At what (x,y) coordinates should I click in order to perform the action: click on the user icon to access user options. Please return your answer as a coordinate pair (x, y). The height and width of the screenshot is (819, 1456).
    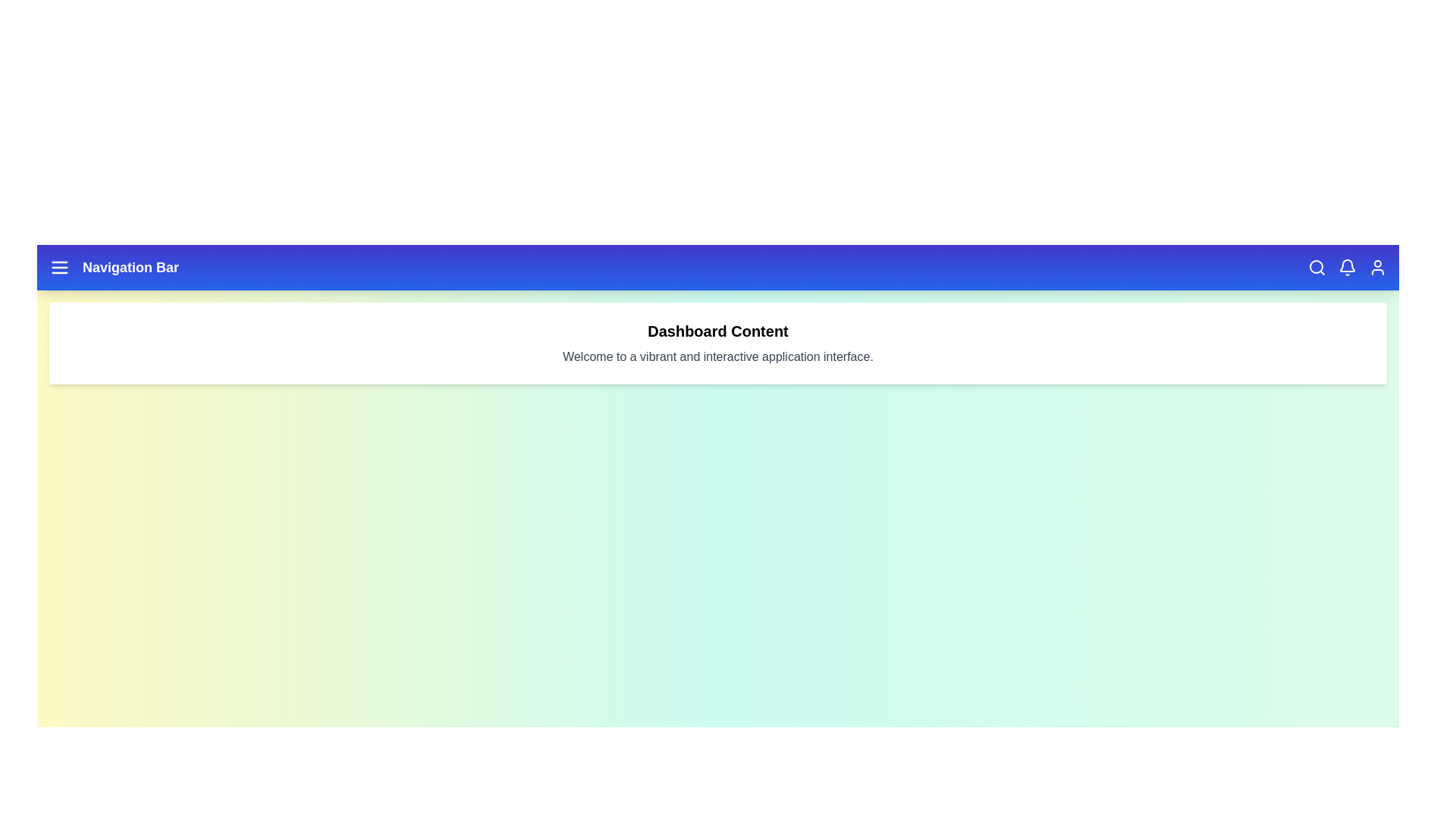
    Looking at the image, I should click on (1378, 267).